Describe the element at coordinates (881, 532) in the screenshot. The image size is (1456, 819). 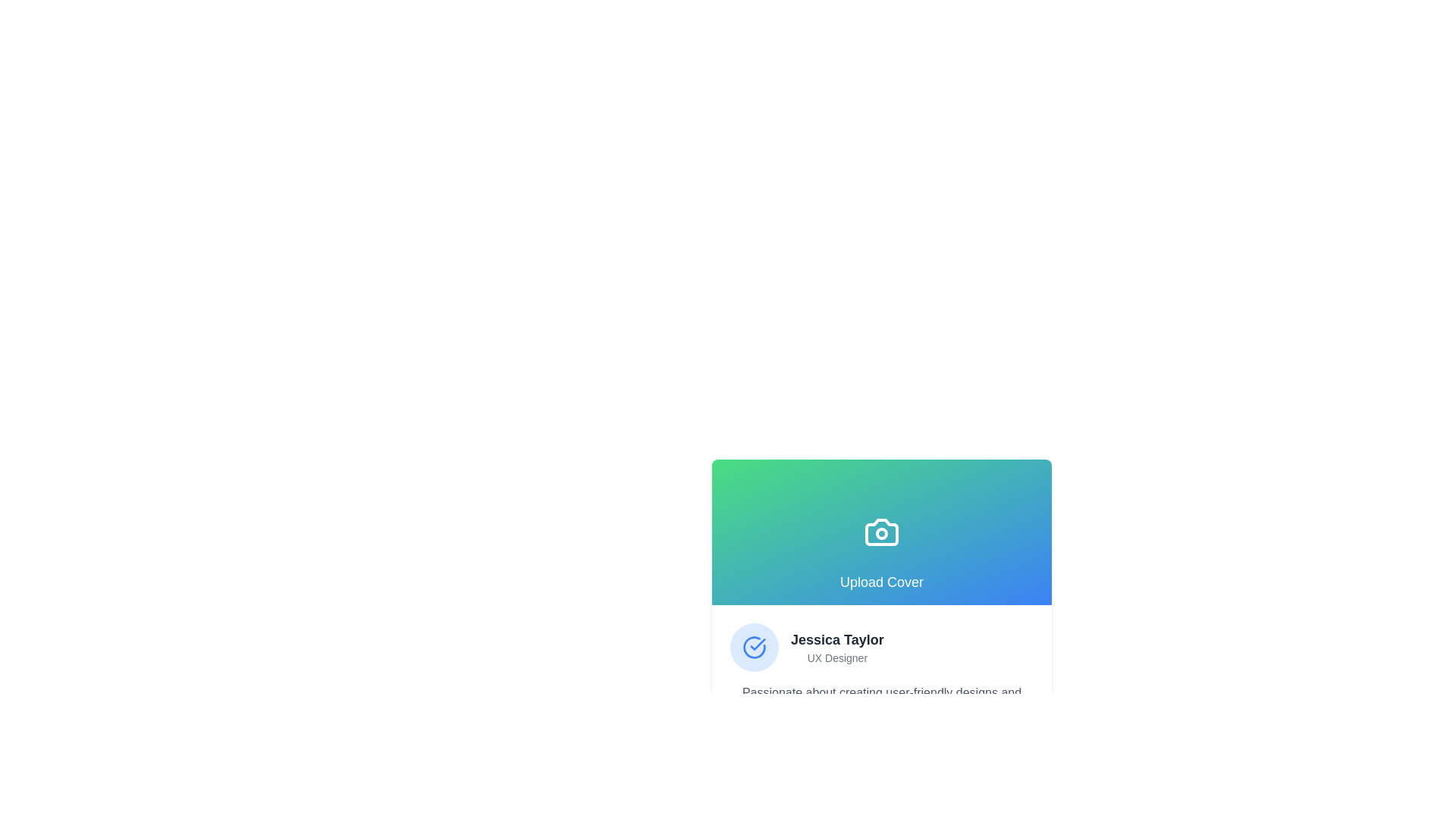
I see `the camera outline SVG icon, which is a white representation of a camera centrally placed above the 'Upload Cover' text in a gradient background` at that location.